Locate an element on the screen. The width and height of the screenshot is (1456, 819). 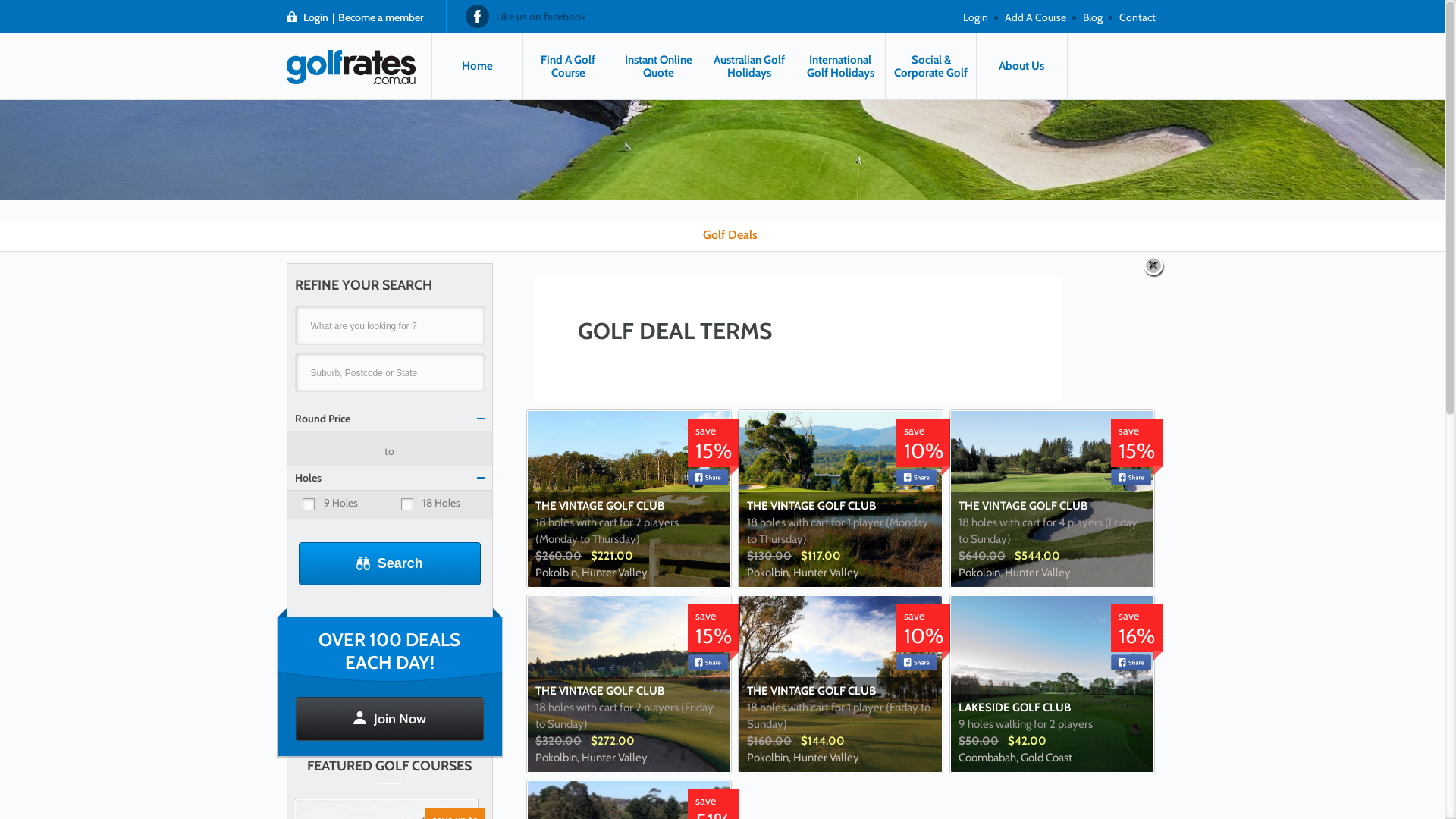
'Instant Online Quote' is located at coordinates (658, 65).